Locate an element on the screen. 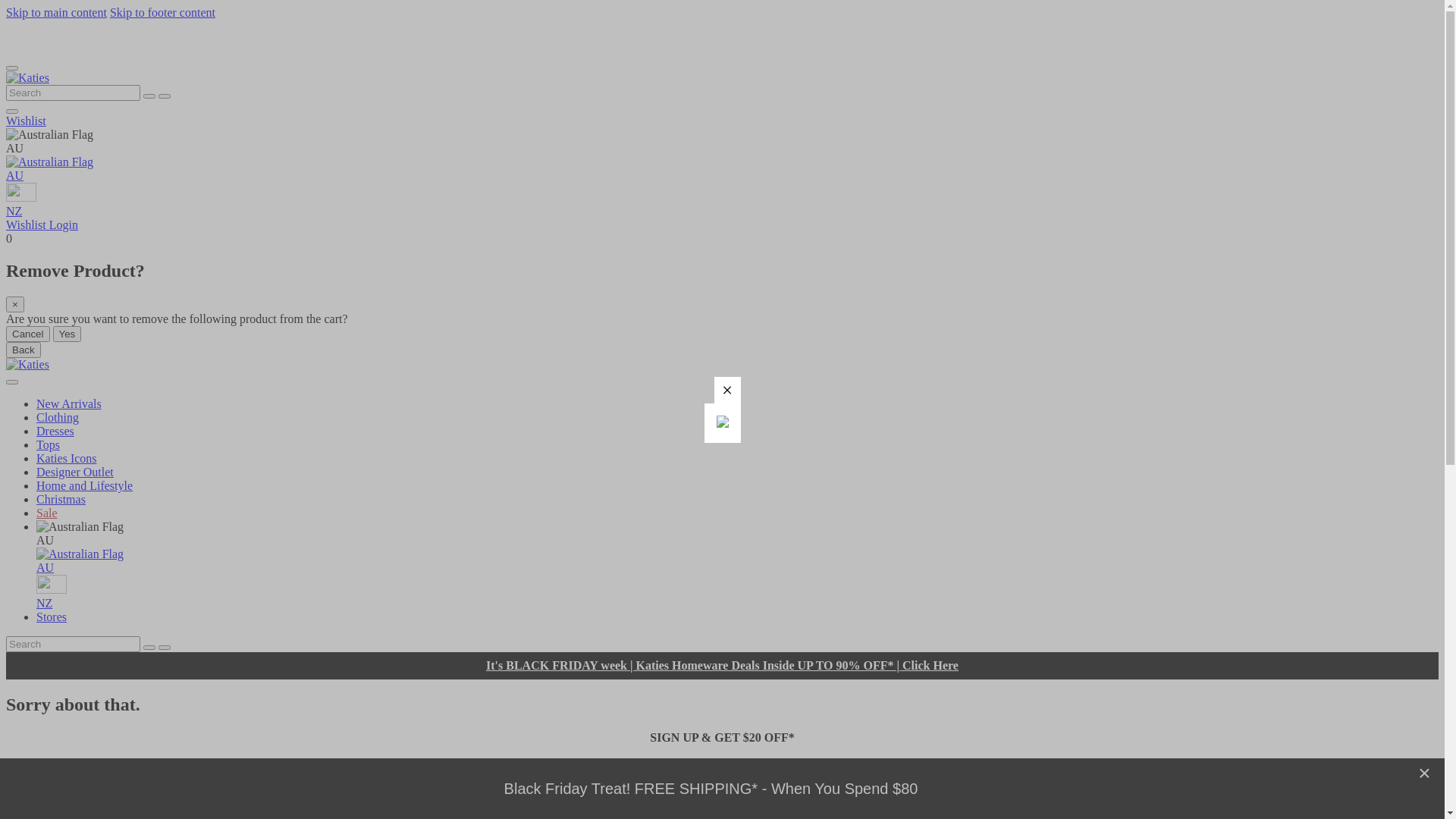  'Clothing' is located at coordinates (36, 417).